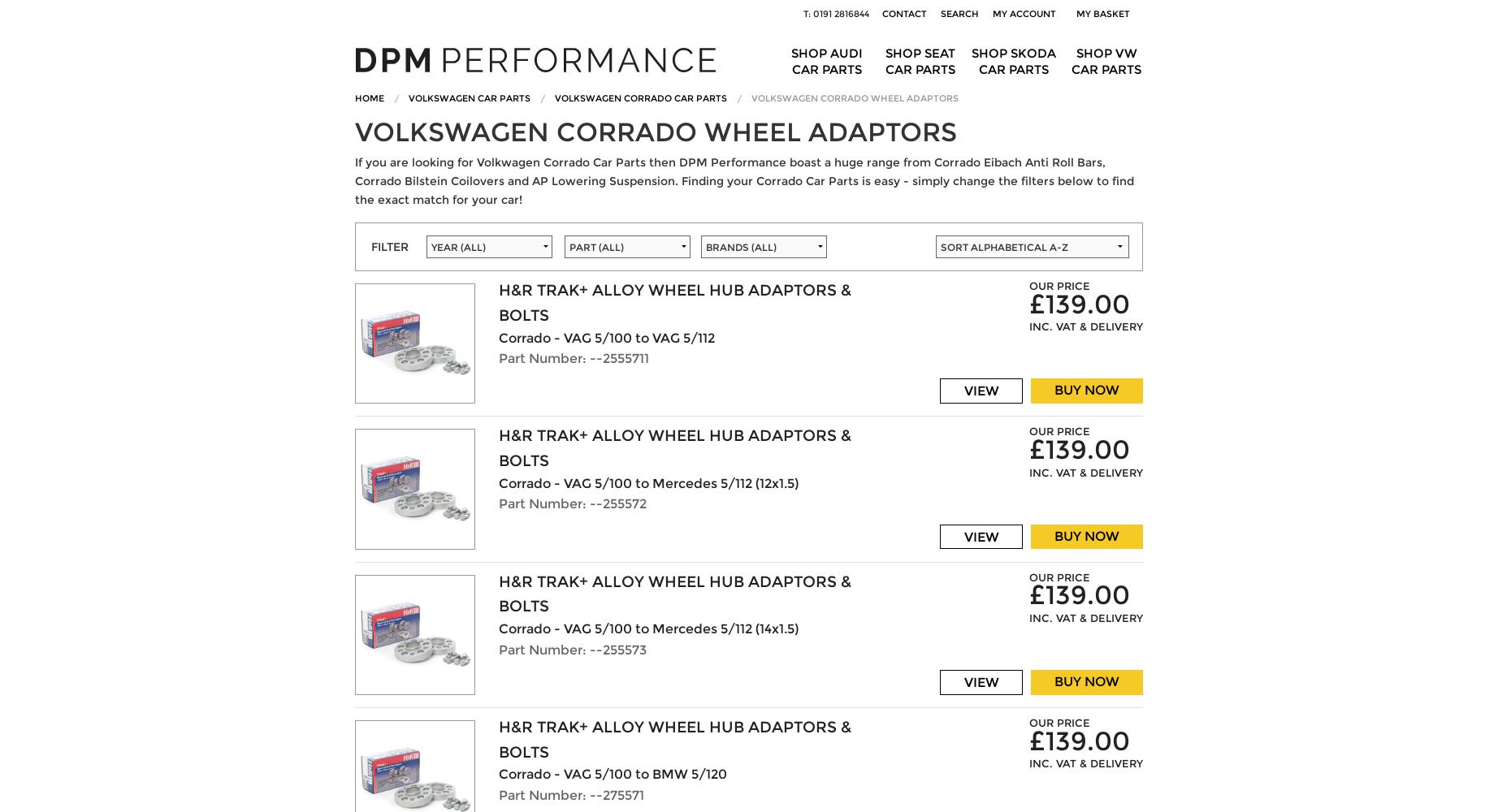  I want to click on 'Volkswagen Corrado Car Parts', so click(640, 97).